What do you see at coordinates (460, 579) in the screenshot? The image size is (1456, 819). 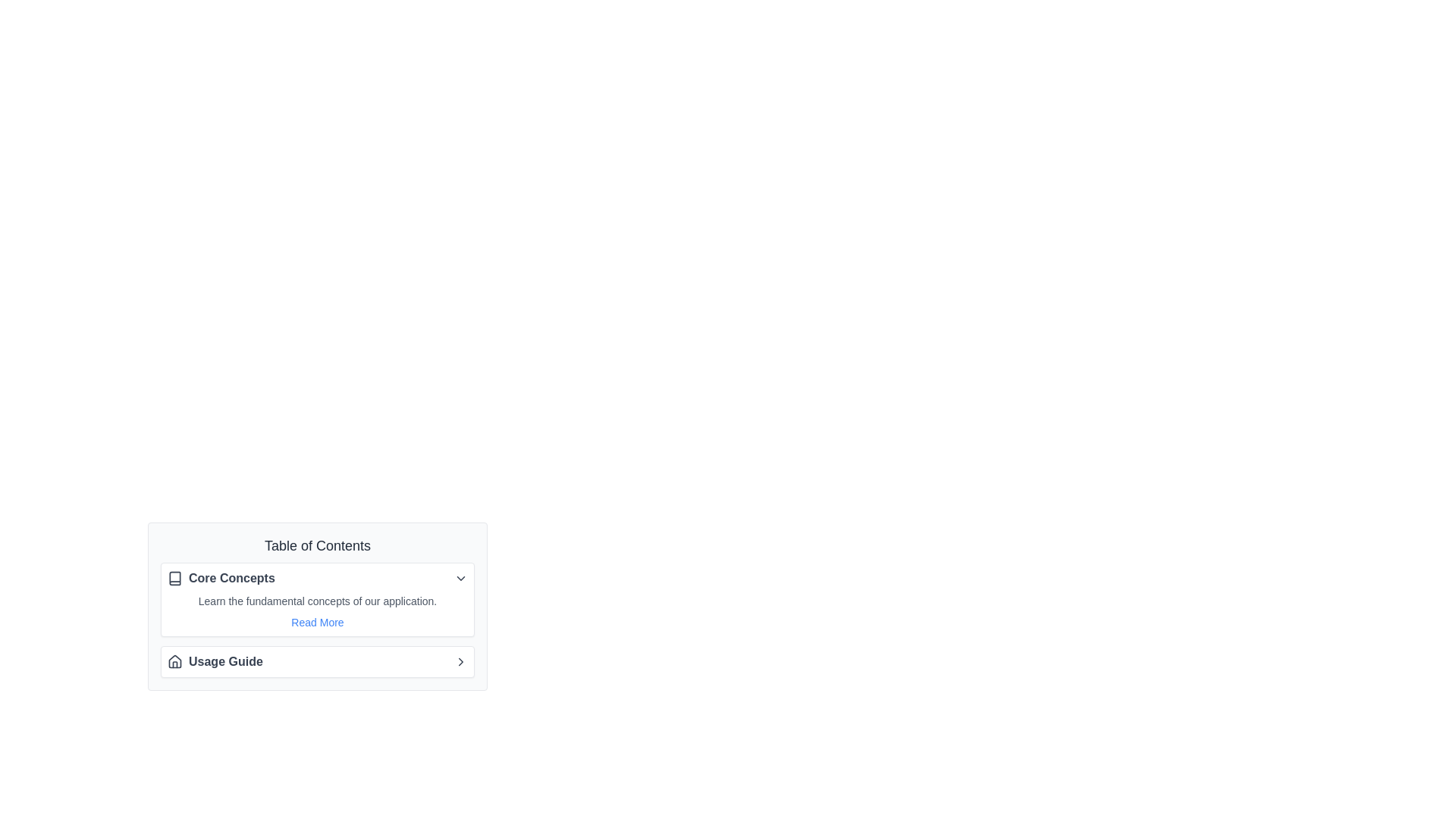 I see `the downward-facing chevron icon located next to the 'Core Concepts' text in the 'Table of Contents' section` at bounding box center [460, 579].